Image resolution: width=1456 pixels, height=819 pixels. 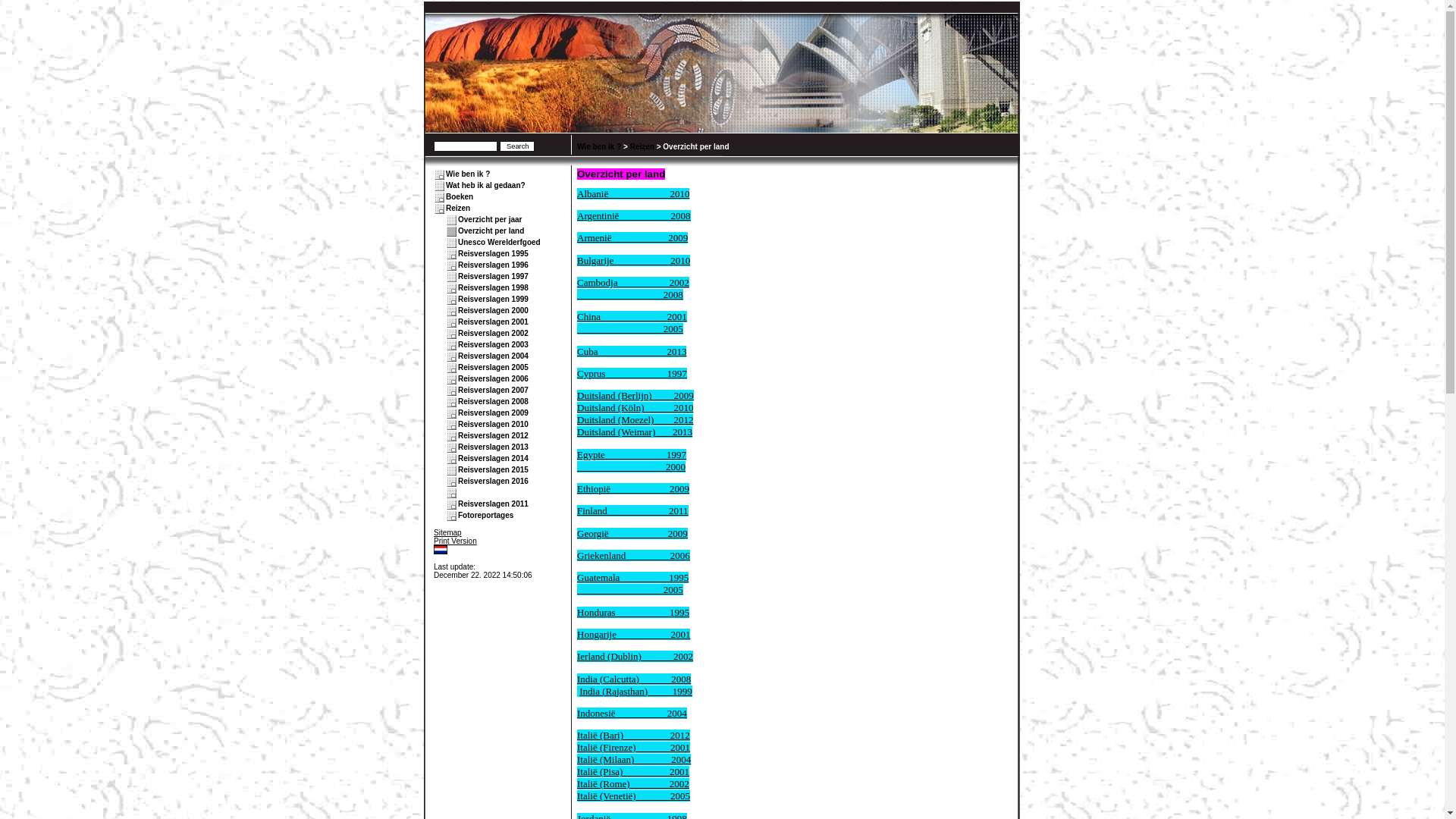 I want to click on 'Duitsland (Moezel)        2012', so click(x=635, y=419).